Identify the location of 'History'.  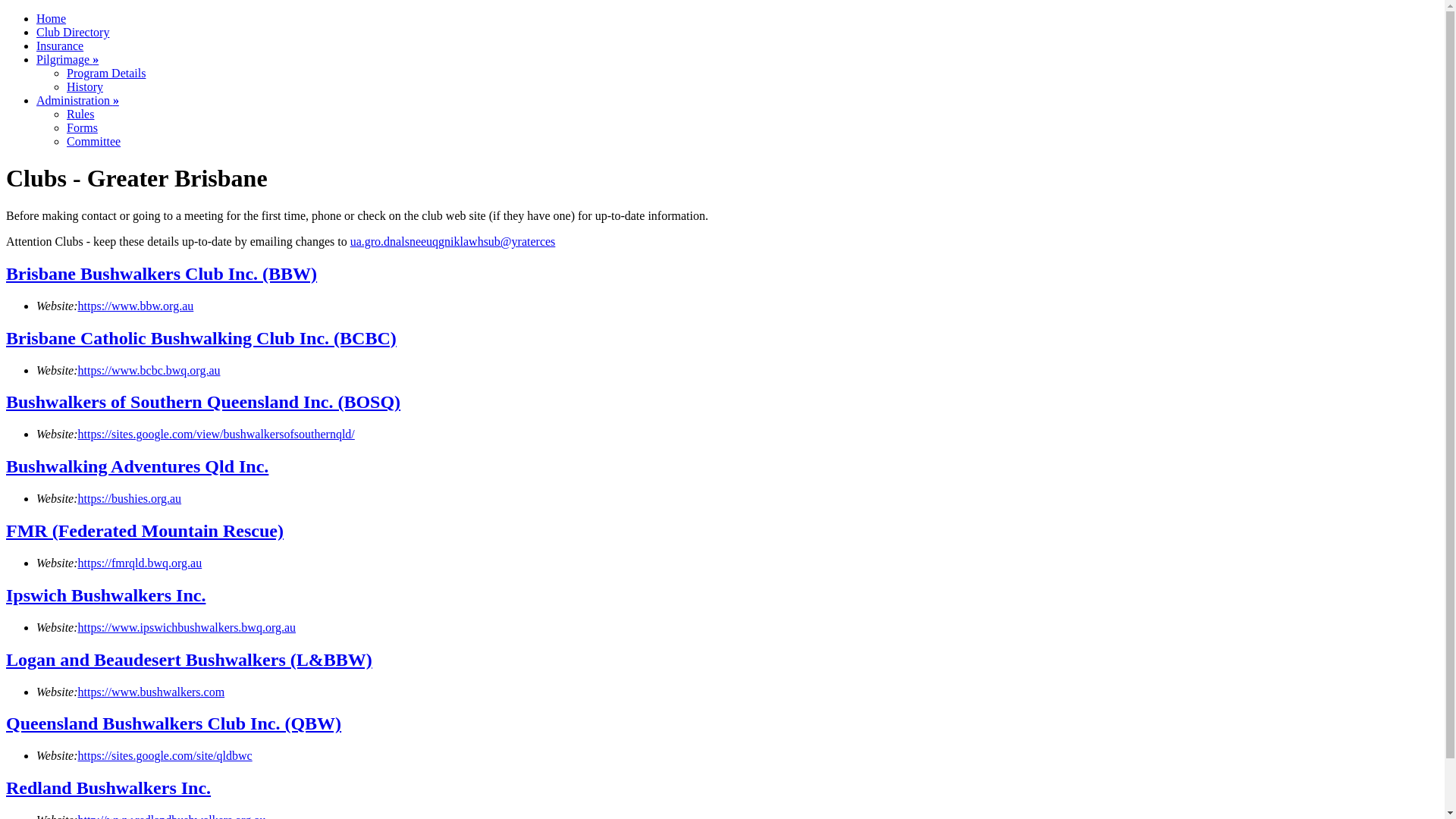
(83, 86).